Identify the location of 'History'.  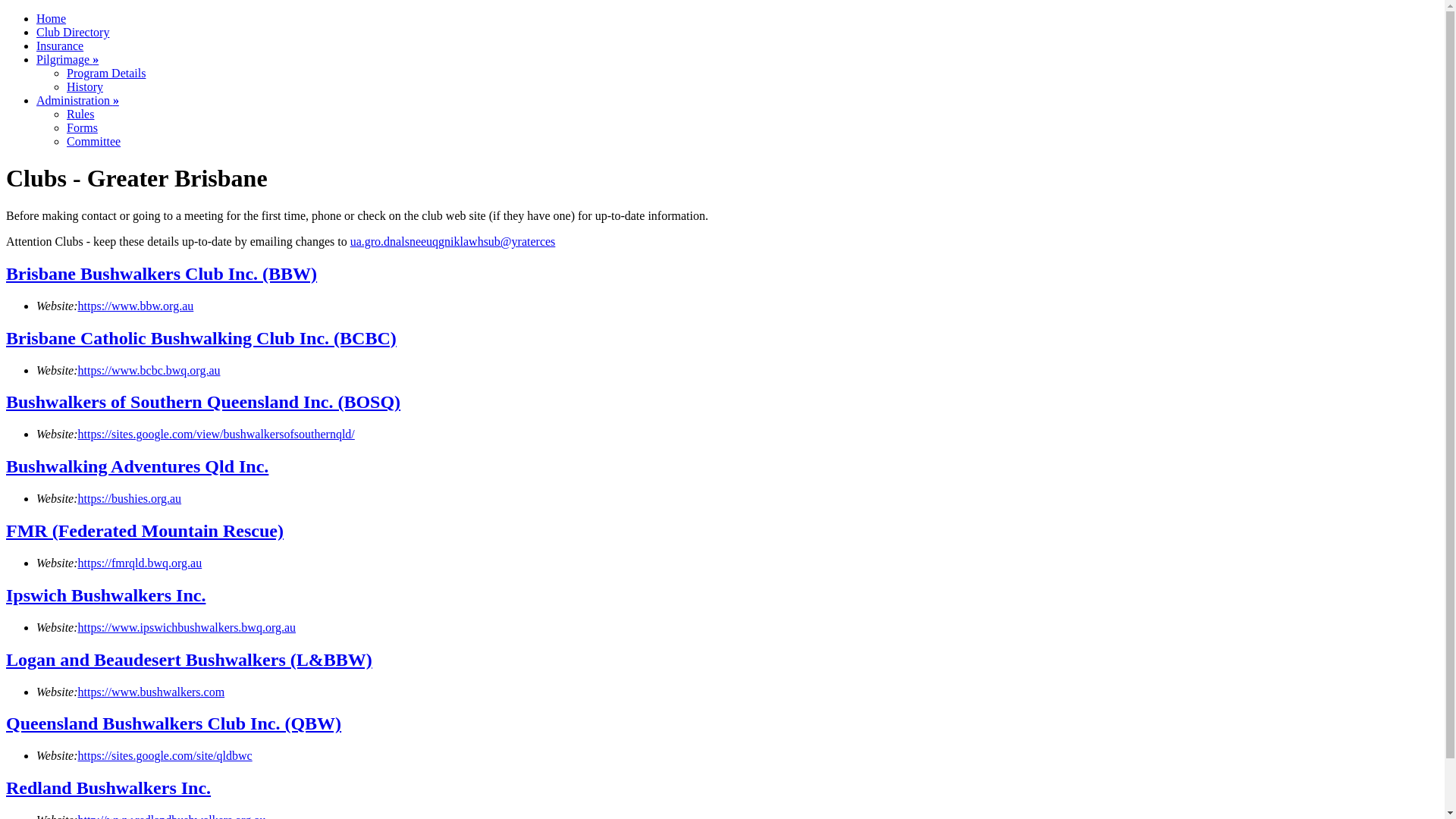
(83, 86).